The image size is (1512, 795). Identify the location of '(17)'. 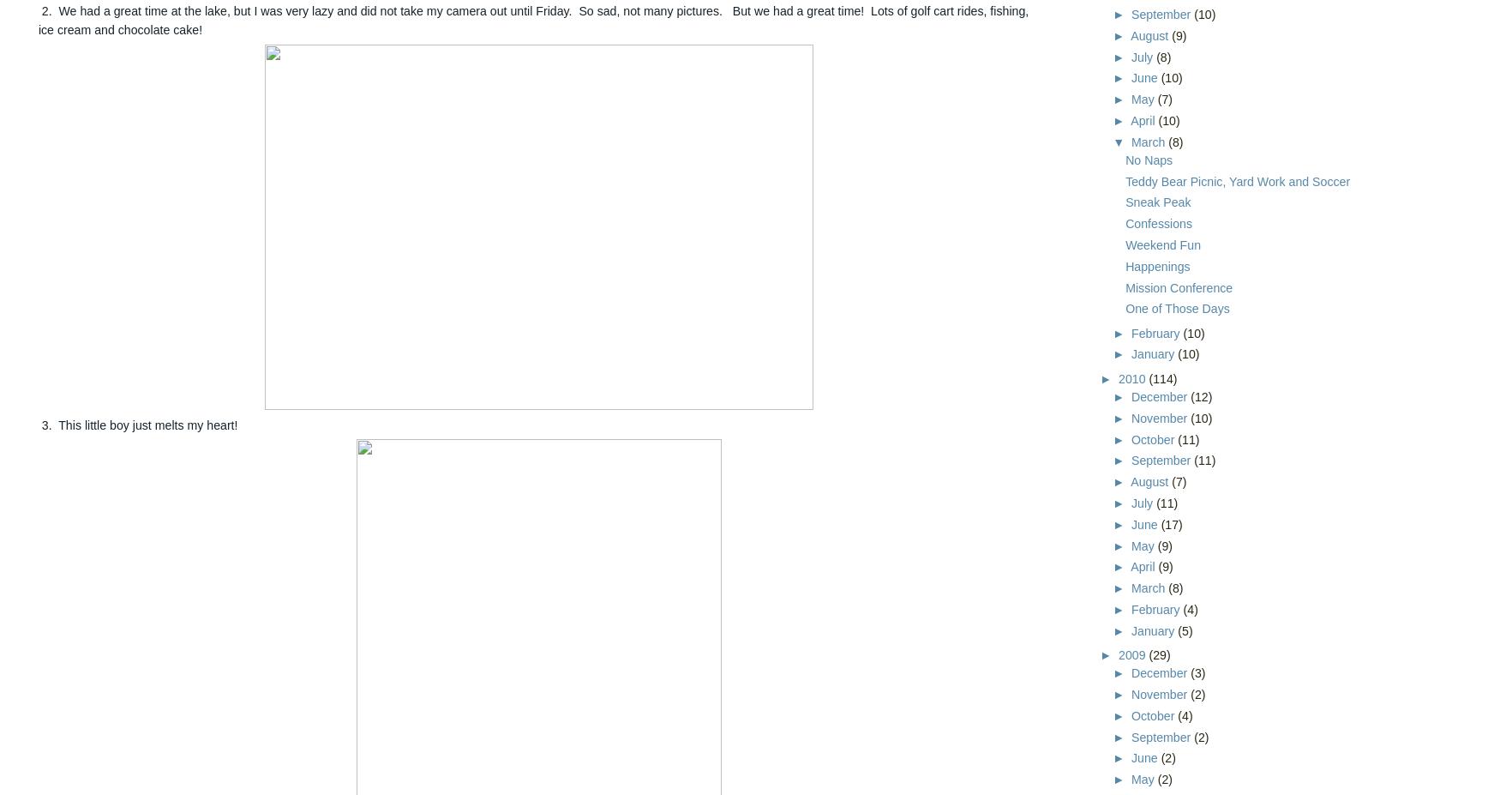
(1171, 523).